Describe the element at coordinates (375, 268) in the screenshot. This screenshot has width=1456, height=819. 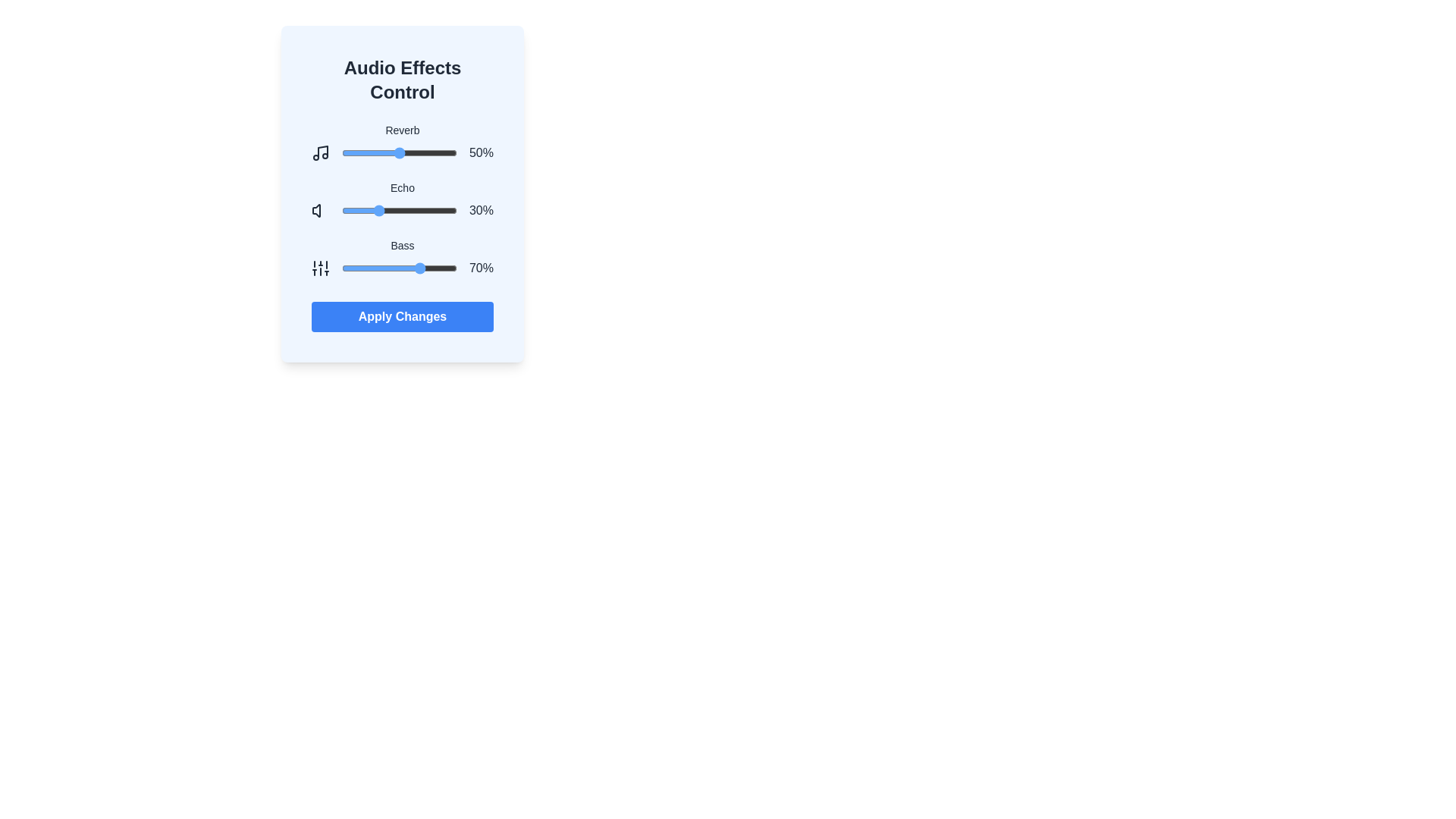
I see `the bass level` at that location.